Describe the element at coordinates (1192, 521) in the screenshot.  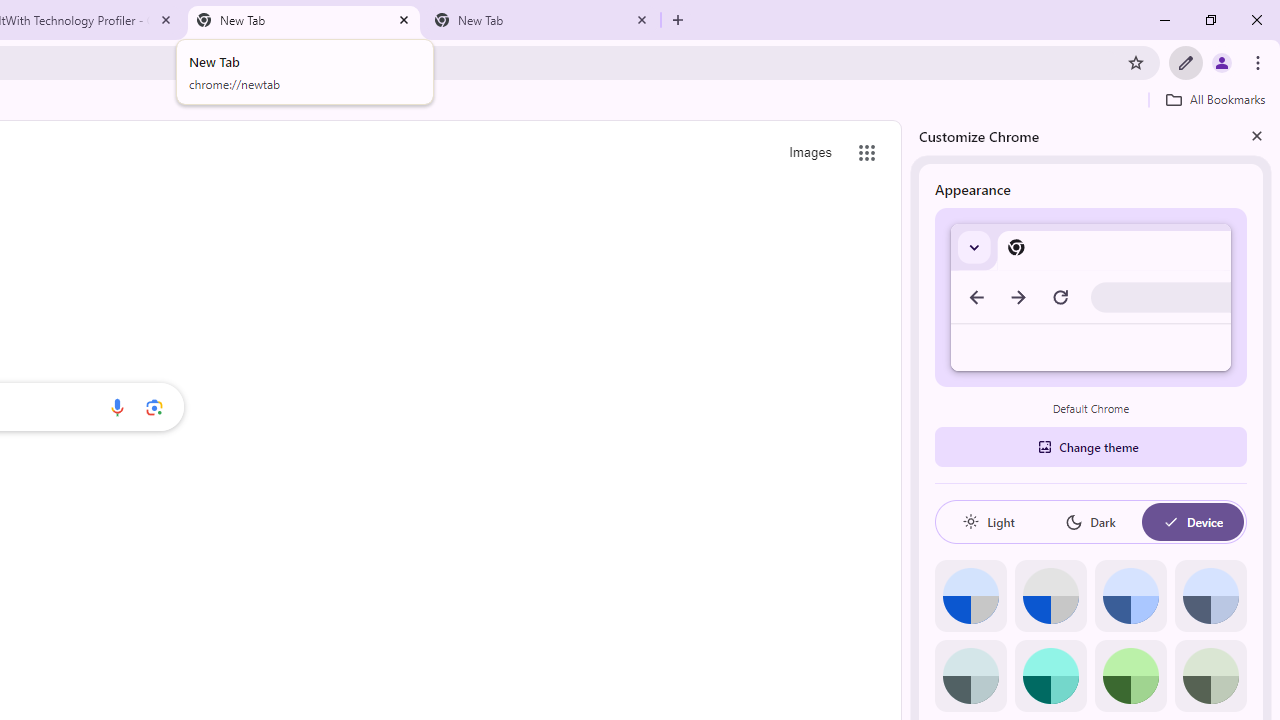
I see `'Device'` at that location.